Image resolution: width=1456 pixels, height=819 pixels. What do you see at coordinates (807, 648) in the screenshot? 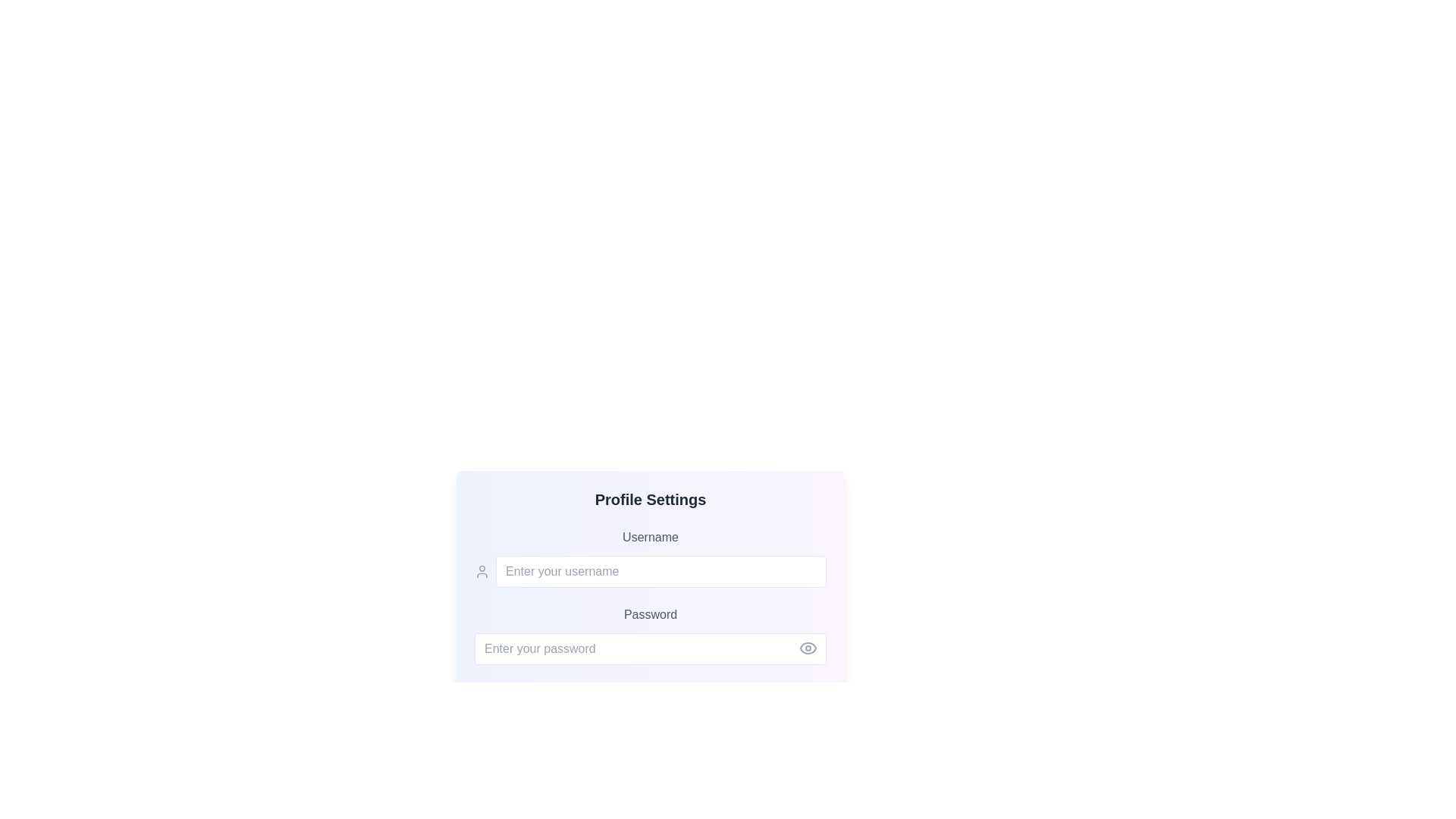
I see `the interactive toggle button for password visibility located at the far right edge of the password input field` at bounding box center [807, 648].